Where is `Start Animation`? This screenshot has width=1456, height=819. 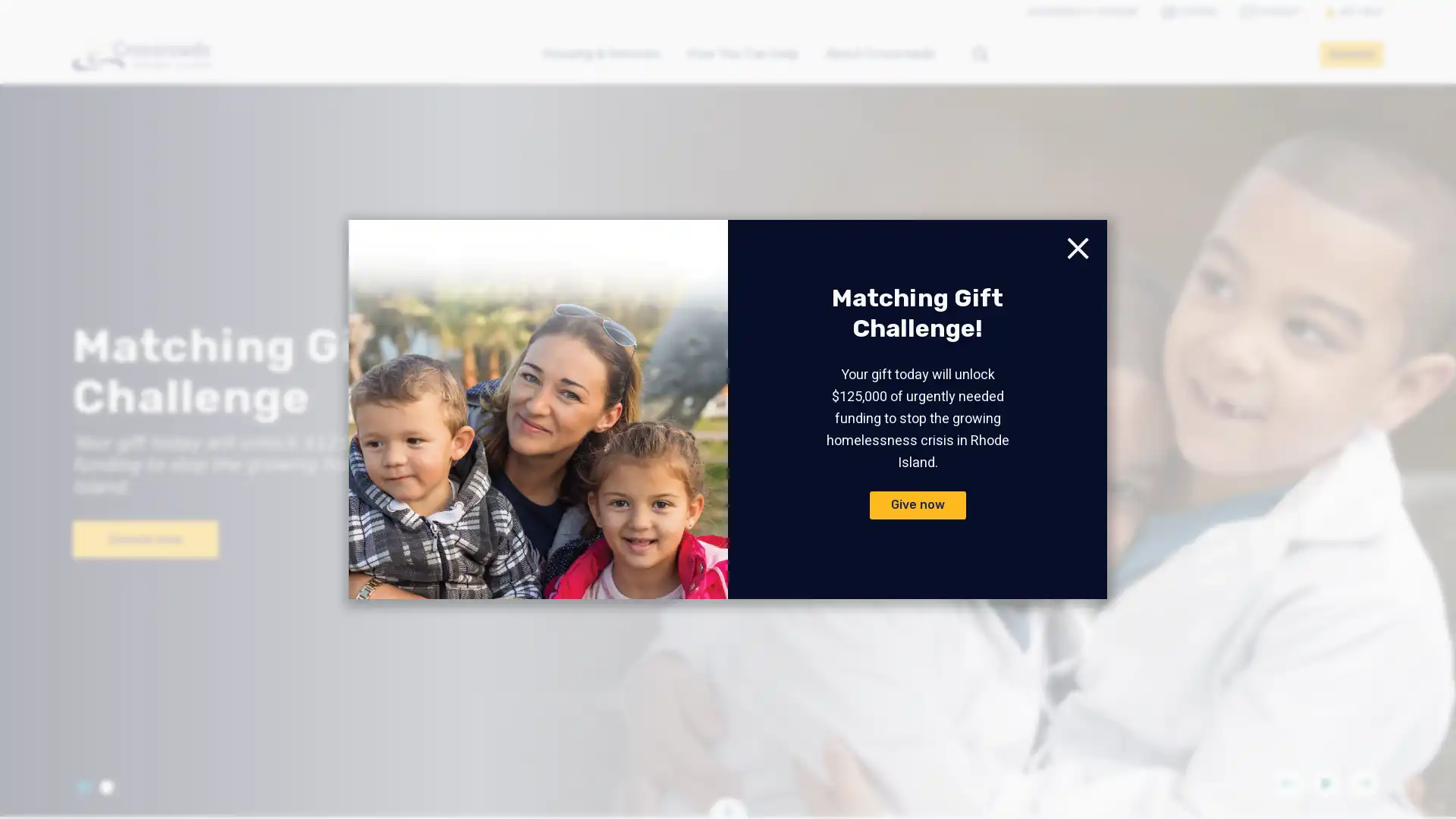 Start Animation is located at coordinates (1325, 783).